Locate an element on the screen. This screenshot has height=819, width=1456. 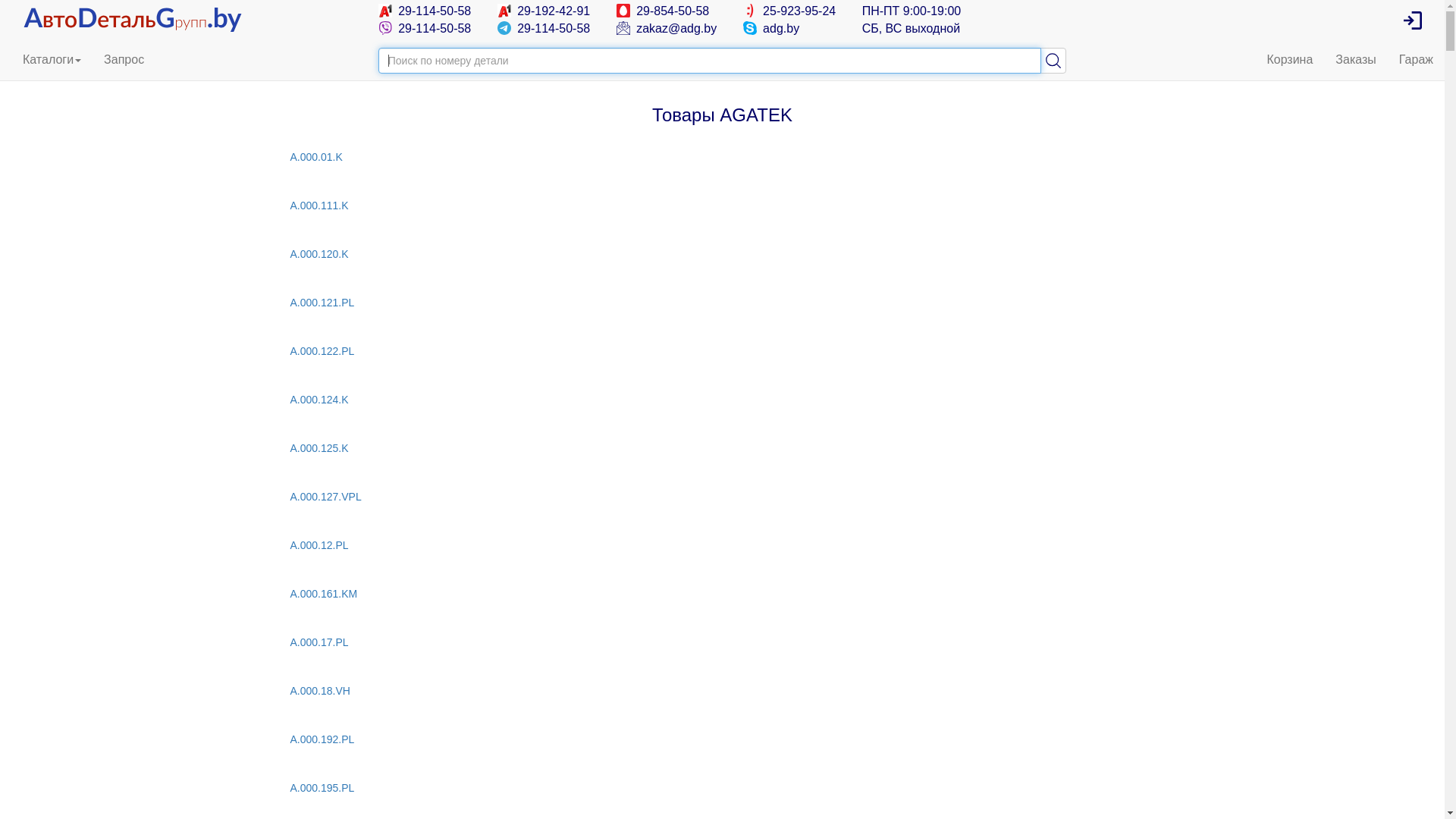
'A.000.120.K' is located at coordinates (720, 253).